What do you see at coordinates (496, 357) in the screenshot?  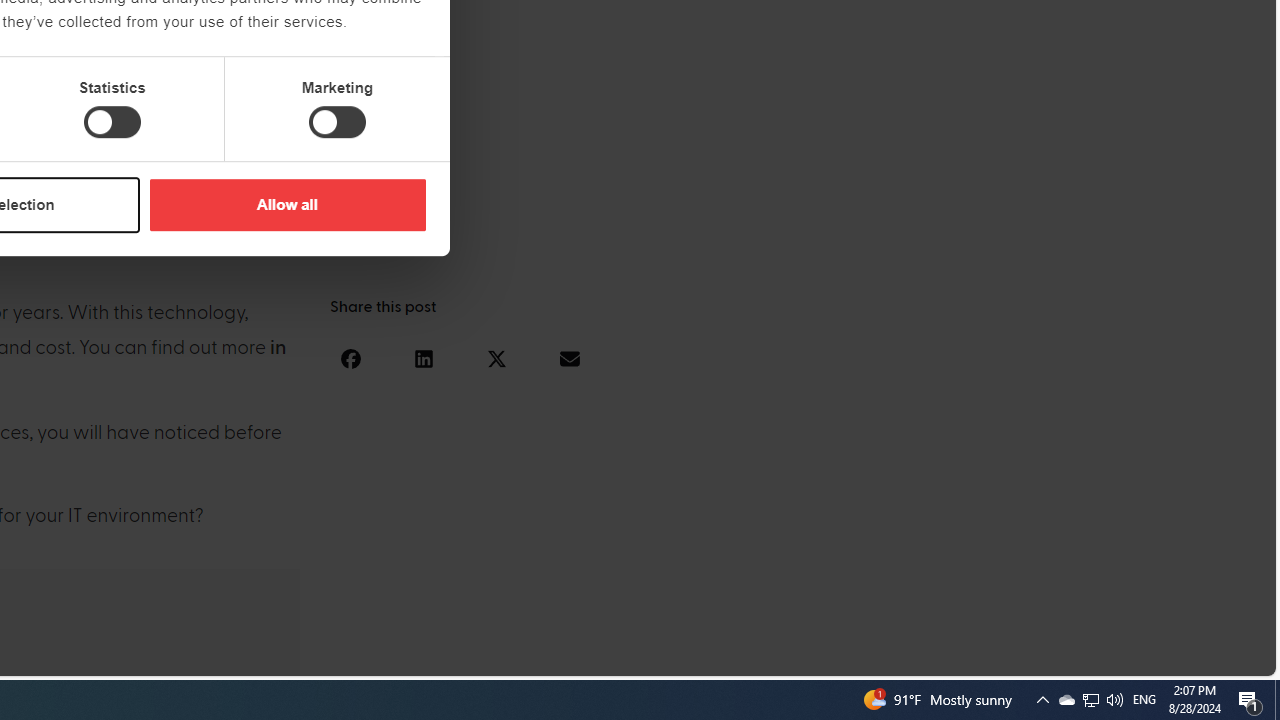 I see `'Share on x-twitter'` at bounding box center [496, 357].